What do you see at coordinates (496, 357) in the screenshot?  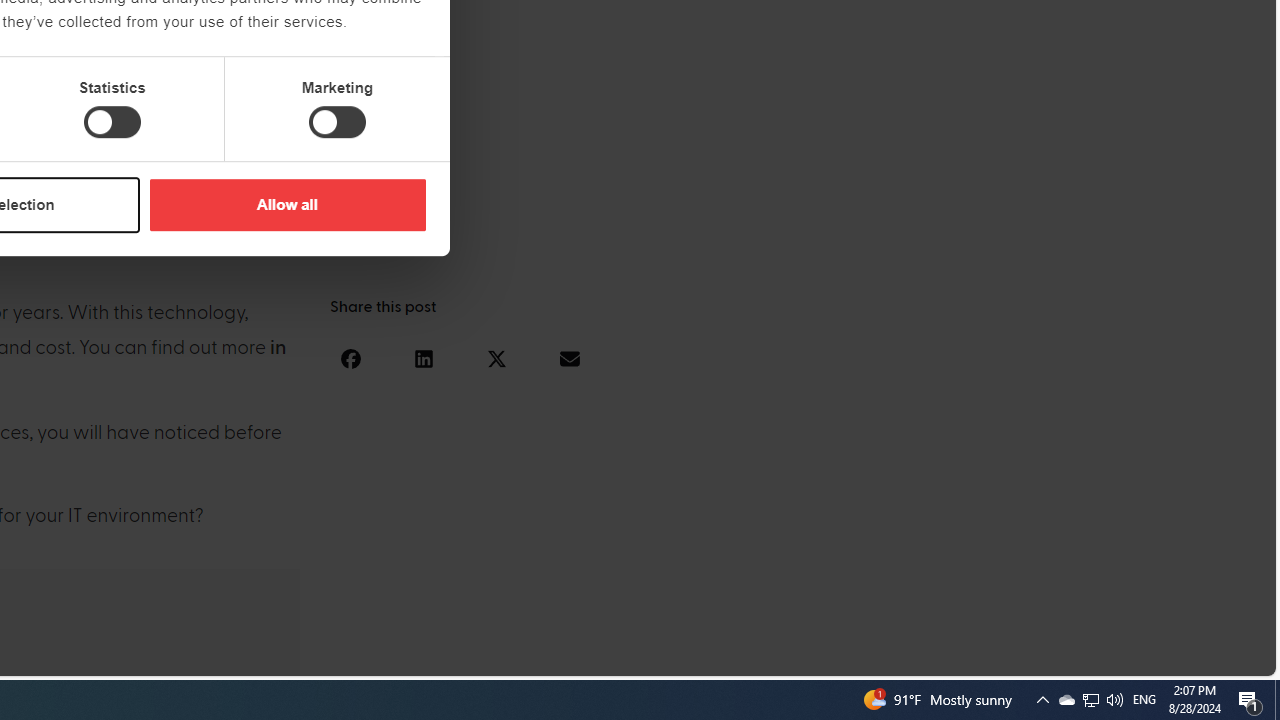 I see `'Share on x-twitter'` at bounding box center [496, 357].